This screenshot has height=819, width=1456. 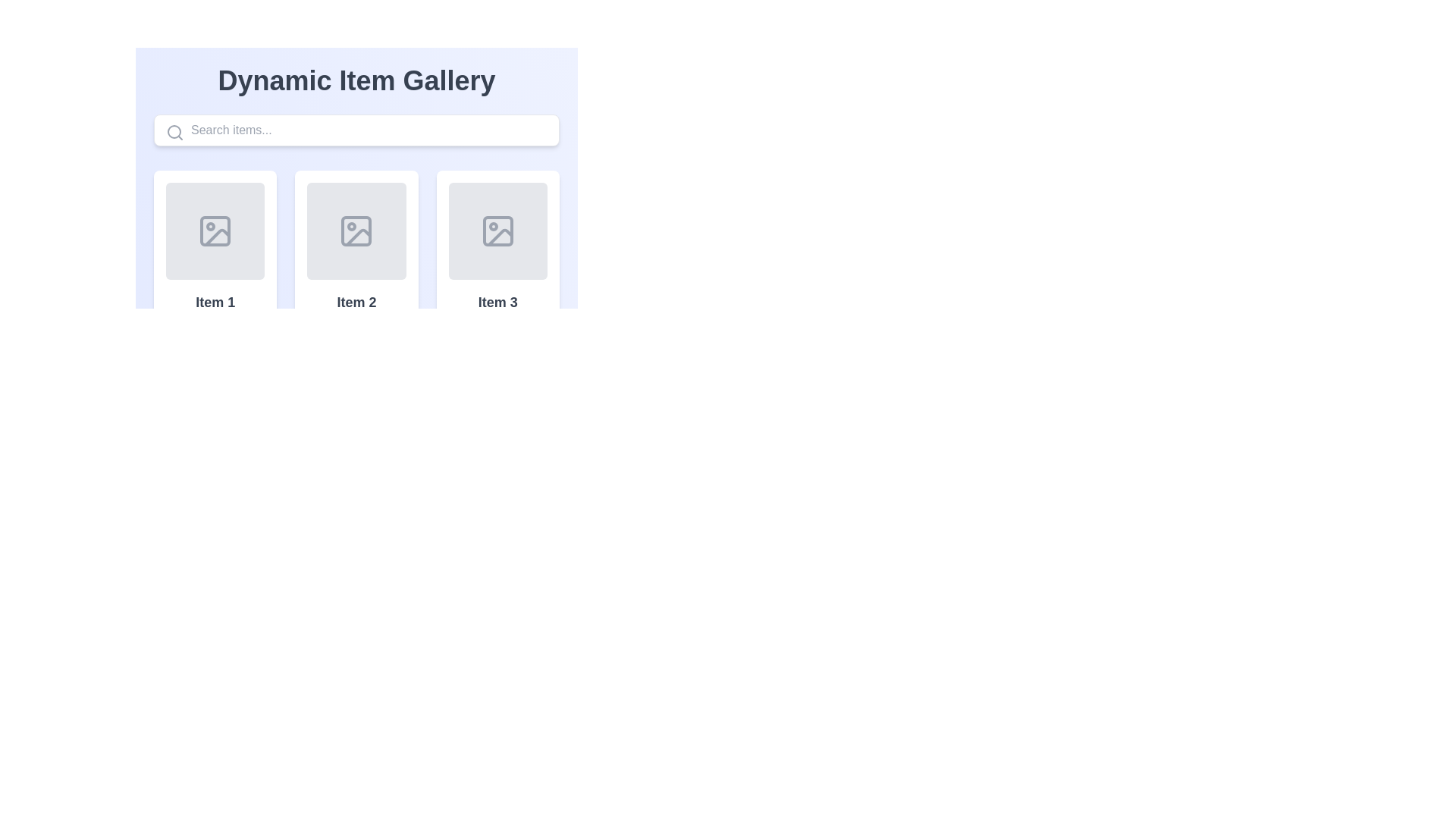 What do you see at coordinates (356, 302) in the screenshot?
I see `the 'Item 2' text label, which is styled with a large bold gray font and positioned below the second image placeholder in a tiled layout` at bounding box center [356, 302].